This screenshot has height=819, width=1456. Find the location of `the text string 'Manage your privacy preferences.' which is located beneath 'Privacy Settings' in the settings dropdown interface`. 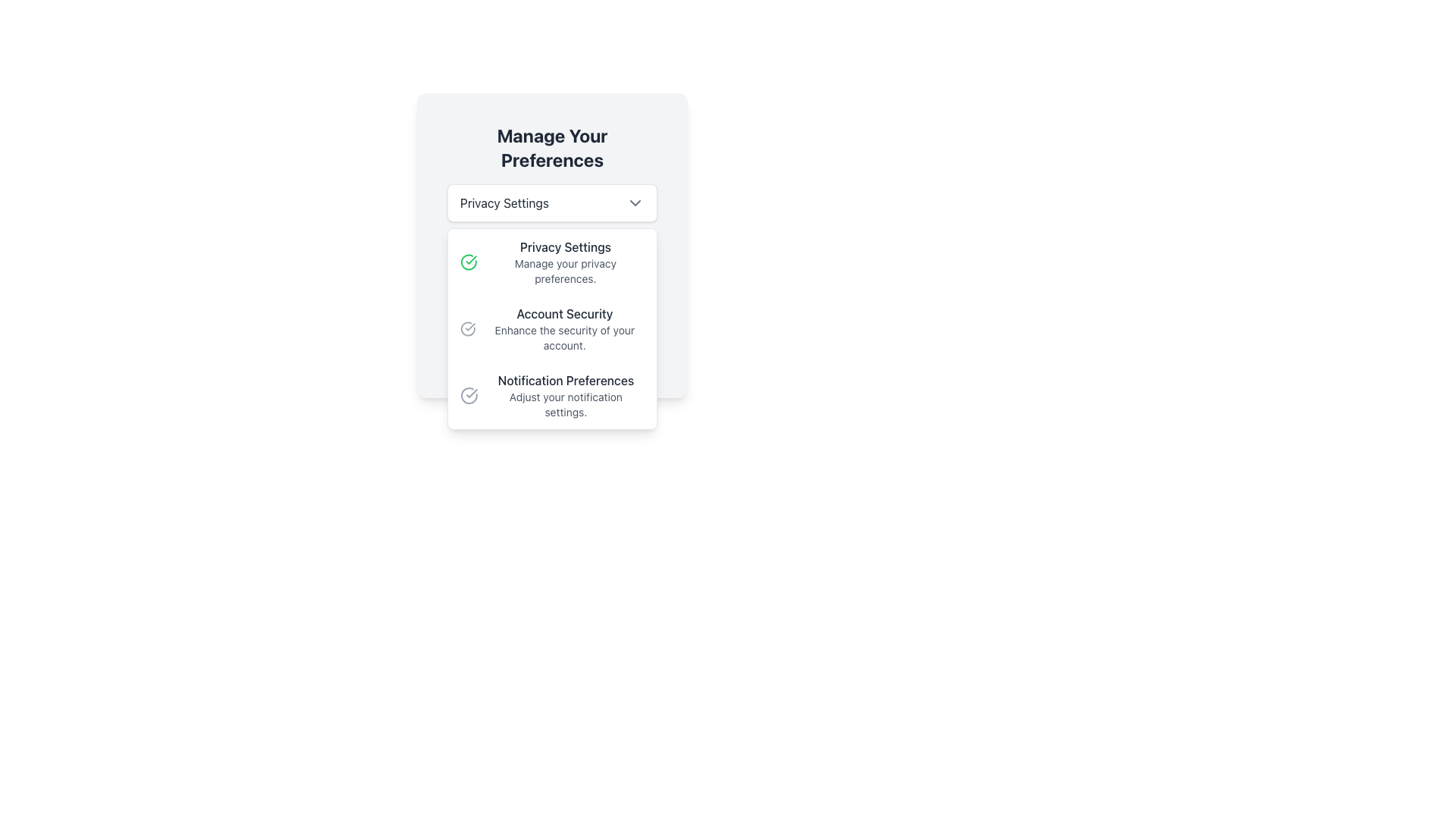

the text string 'Manage your privacy preferences.' which is located beneath 'Privacy Settings' in the settings dropdown interface is located at coordinates (553, 289).